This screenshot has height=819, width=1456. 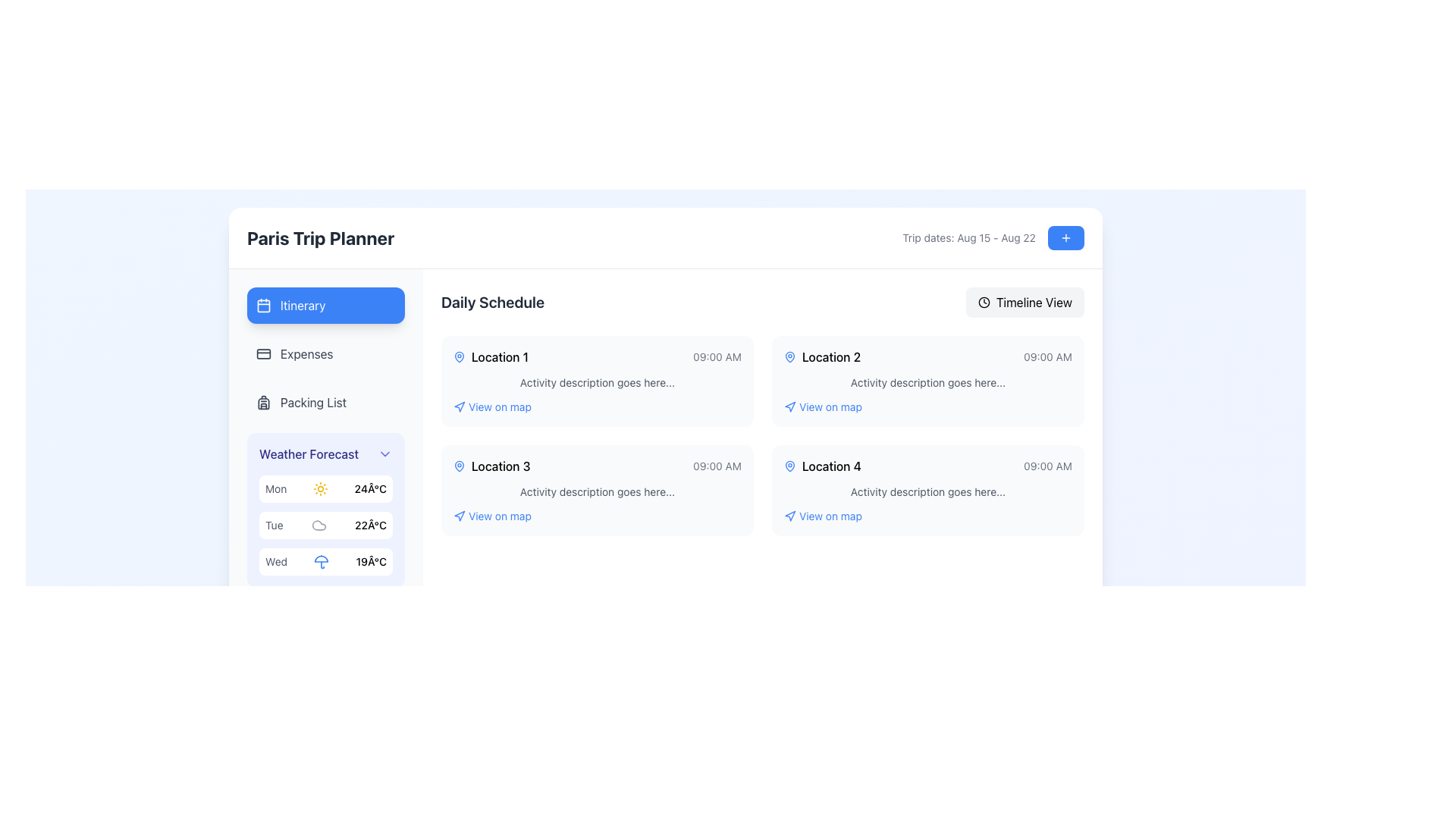 I want to click on the 'Weather Forecast' dropdown header, which is styled in indigo and indicates an expandable menu with a down arrow icon, so click(x=325, y=453).